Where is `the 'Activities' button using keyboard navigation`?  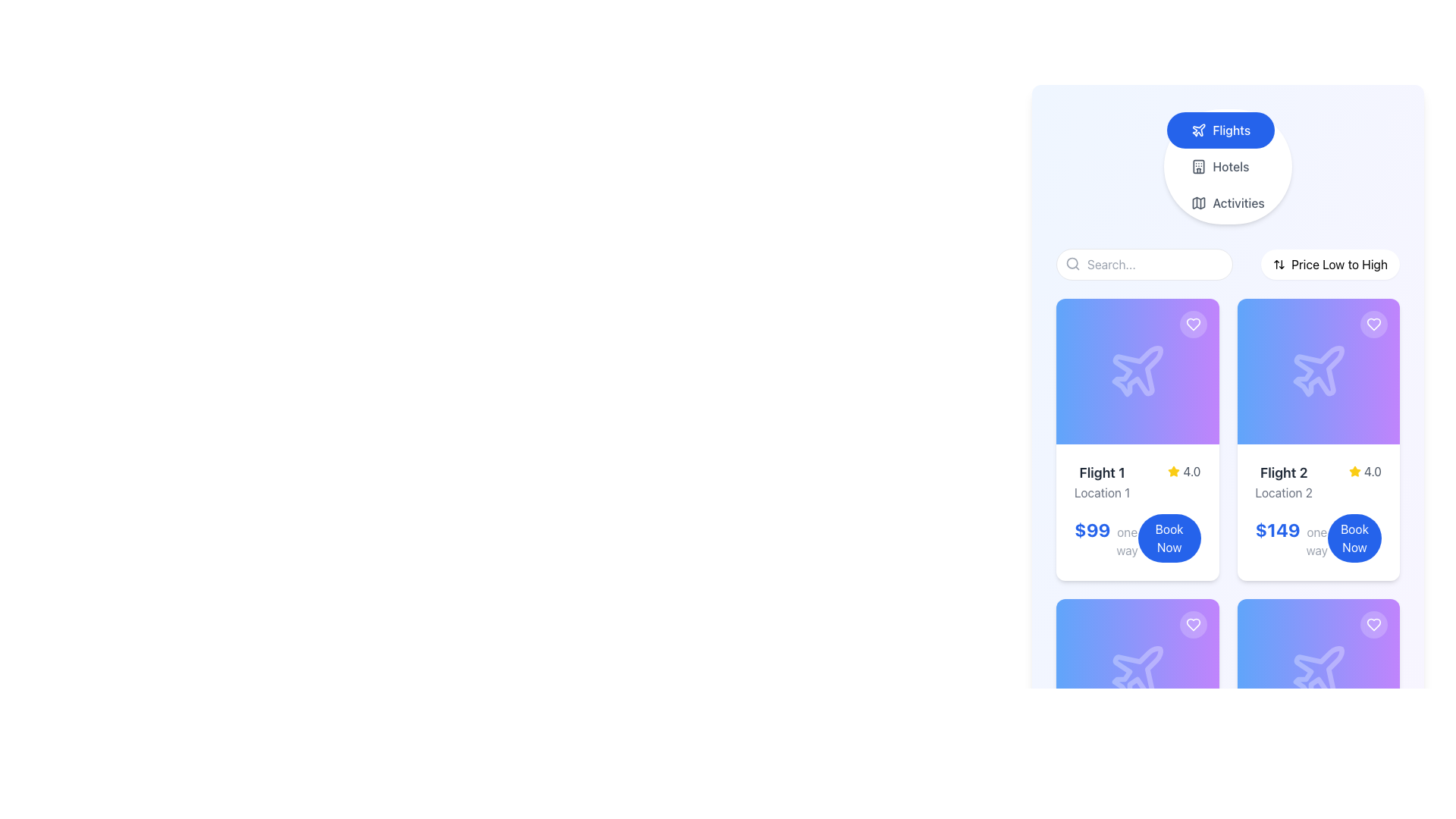 the 'Activities' button using keyboard navigation is located at coordinates (1228, 202).